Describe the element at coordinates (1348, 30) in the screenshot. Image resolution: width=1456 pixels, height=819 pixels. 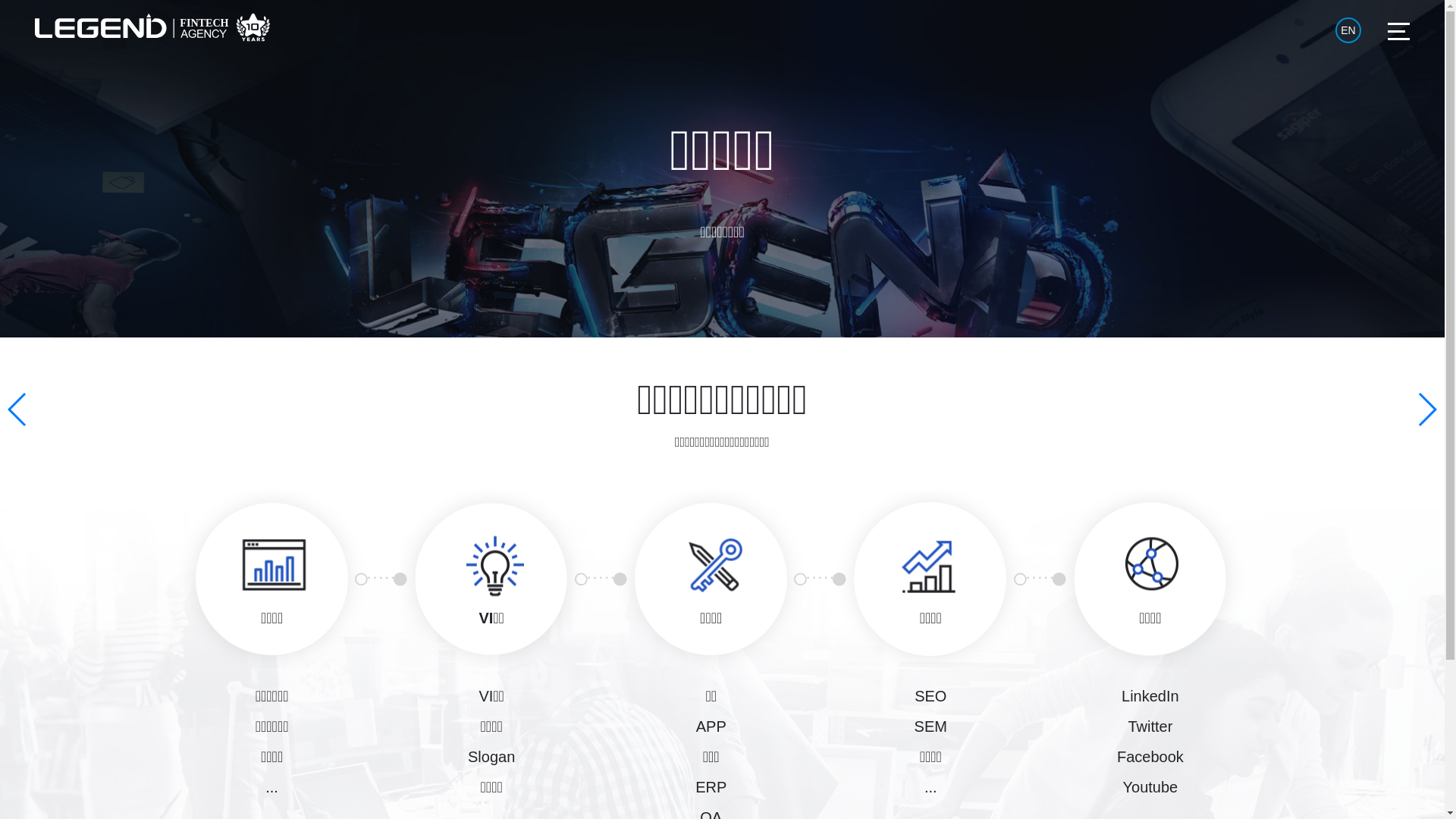
I see `'EN'` at that location.